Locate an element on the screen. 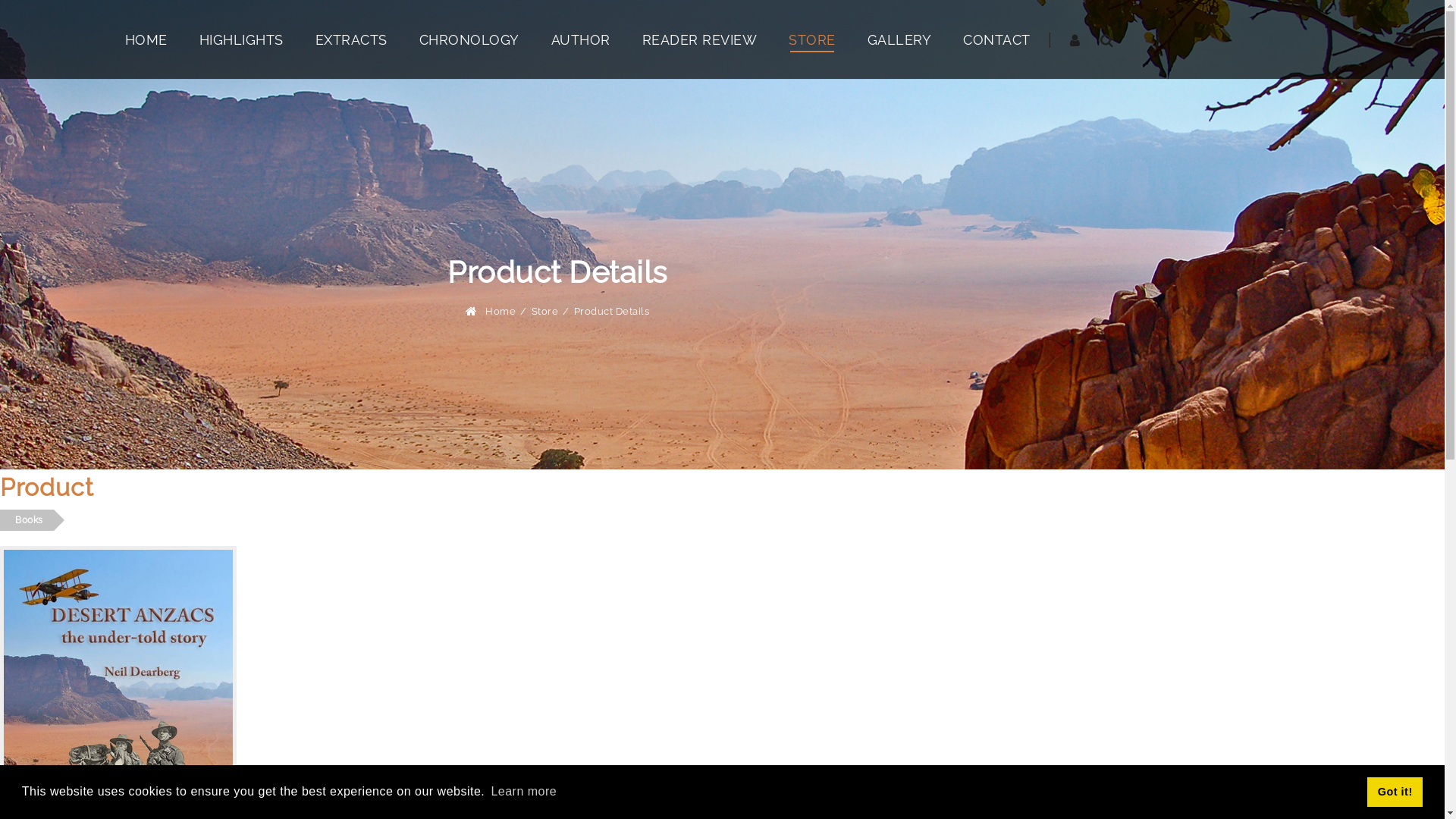  'AUTHOR' is located at coordinates (579, 38).